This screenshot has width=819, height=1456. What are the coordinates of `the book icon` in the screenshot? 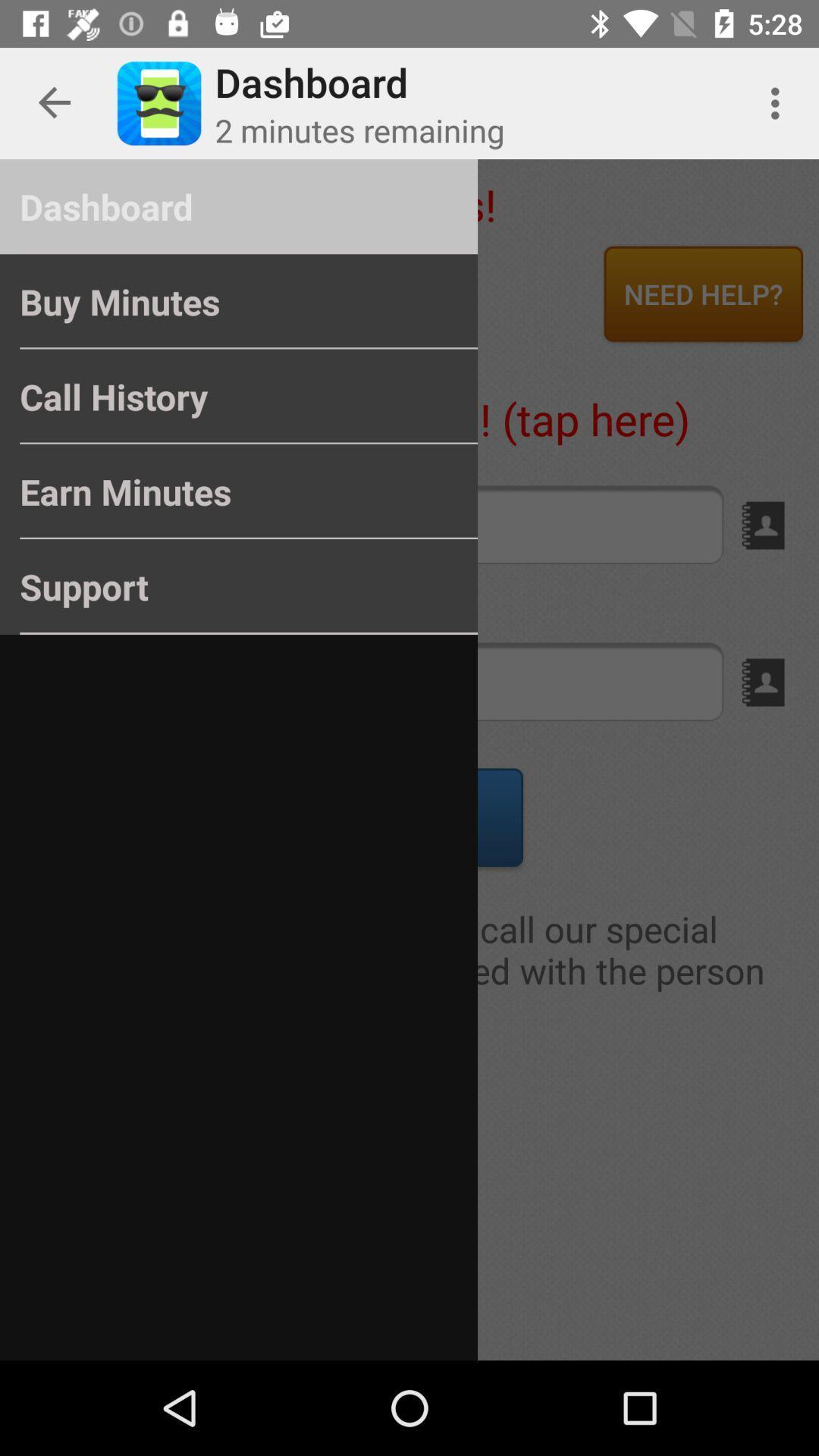 It's located at (763, 682).